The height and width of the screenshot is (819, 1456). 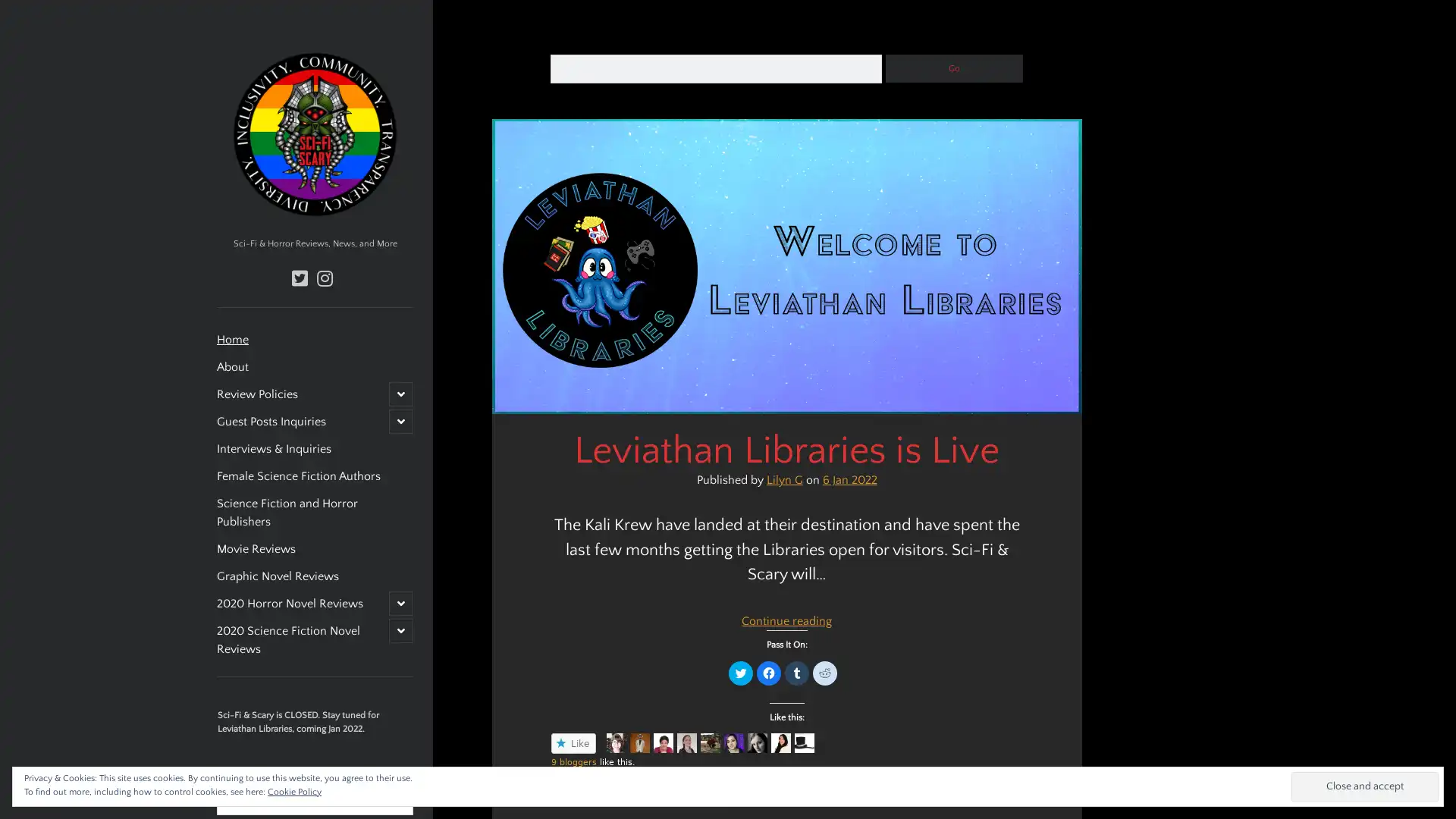 I want to click on open child menu, so click(x=400, y=421).